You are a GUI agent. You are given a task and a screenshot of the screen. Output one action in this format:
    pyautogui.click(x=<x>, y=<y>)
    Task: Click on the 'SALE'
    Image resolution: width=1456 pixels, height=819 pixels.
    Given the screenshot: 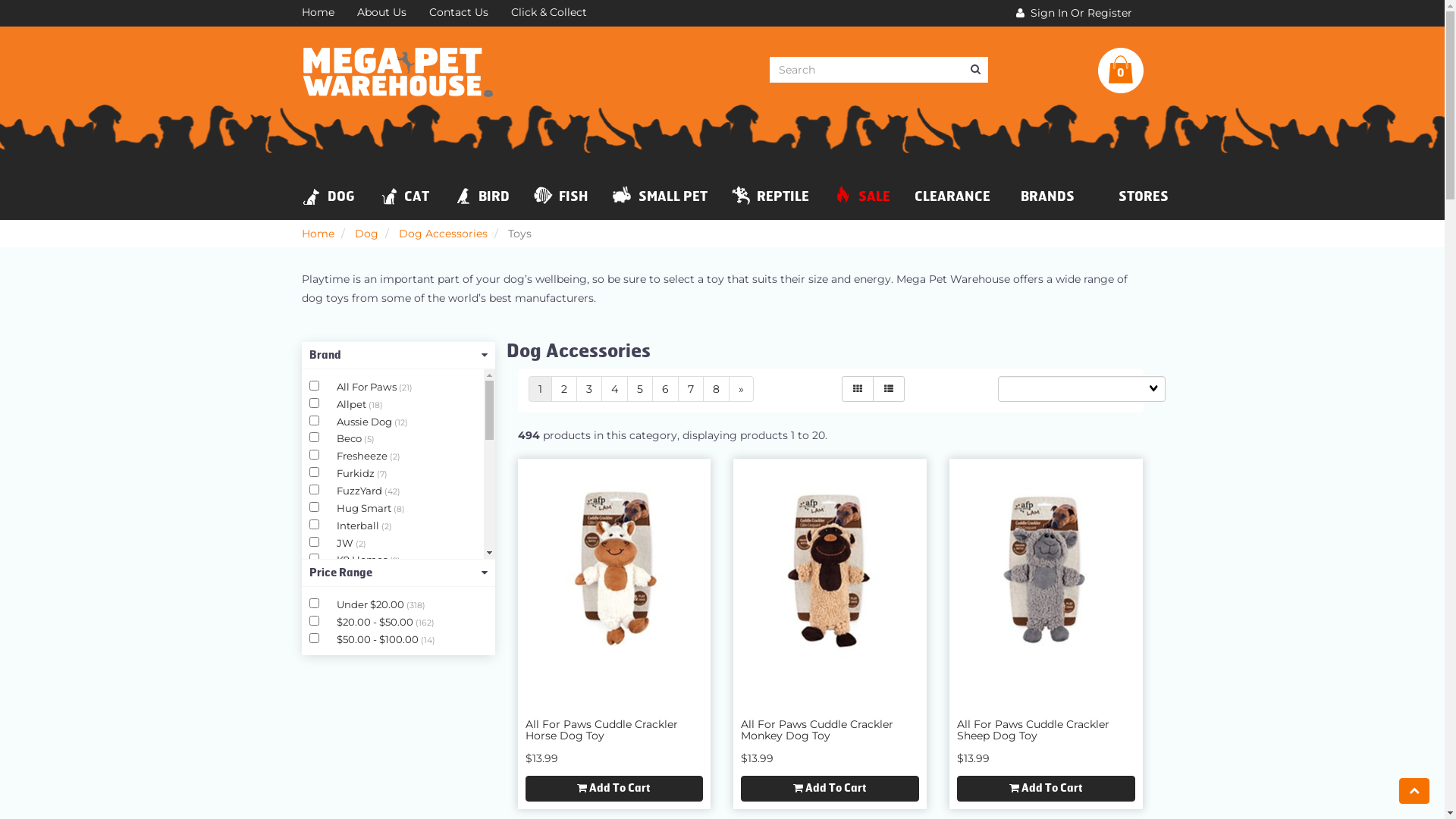 What is the action you would take?
    pyautogui.click(x=861, y=196)
    